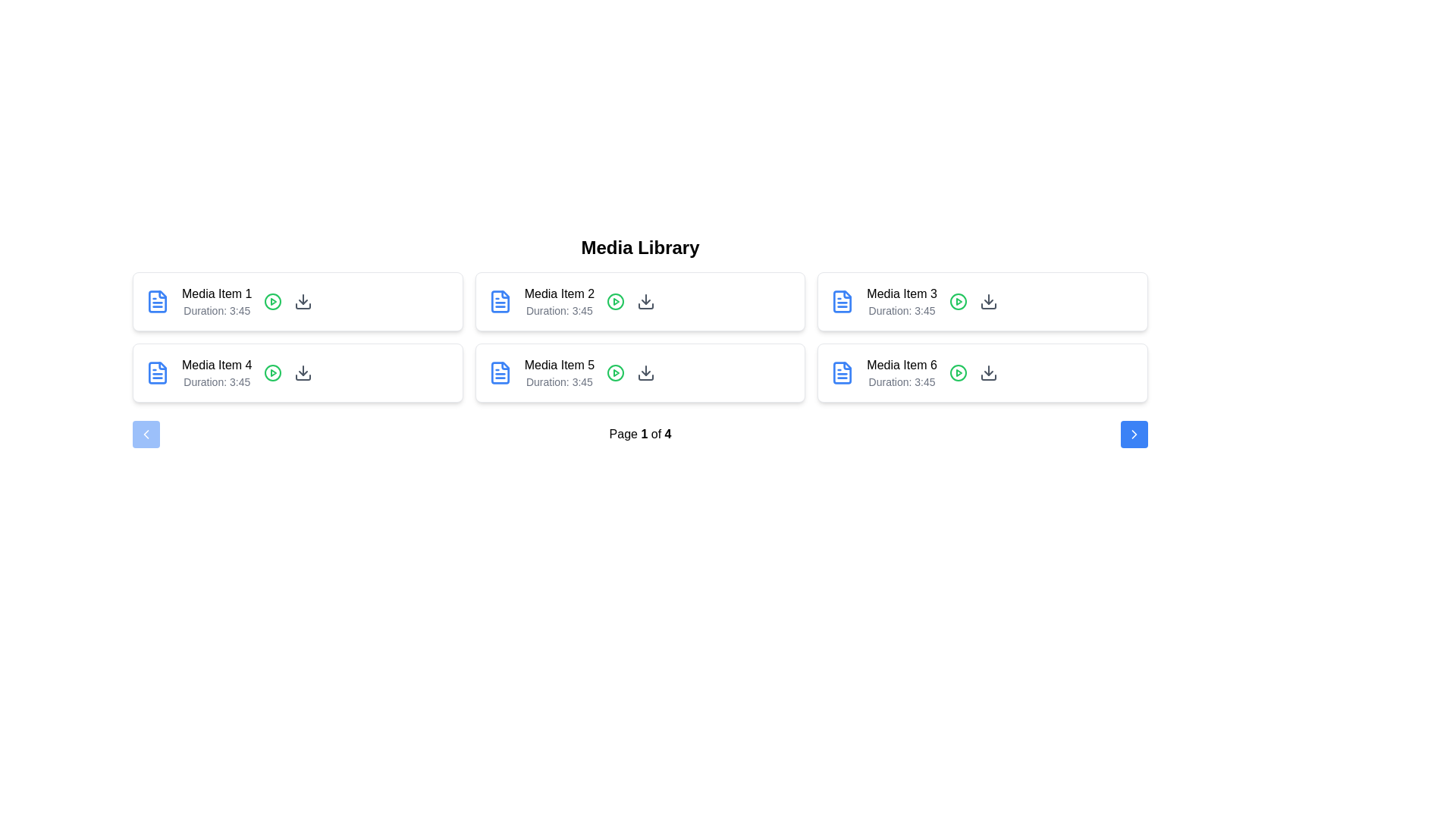 The height and width of the screenshot is (819, 1456). What do you see at coordinates (157, 301) in the screenshot?
I see `the icon that represents the associated media item as a file or document, which is located in the second row, first column of the 'Media Item 4' card` at bounding box center [157, 301].